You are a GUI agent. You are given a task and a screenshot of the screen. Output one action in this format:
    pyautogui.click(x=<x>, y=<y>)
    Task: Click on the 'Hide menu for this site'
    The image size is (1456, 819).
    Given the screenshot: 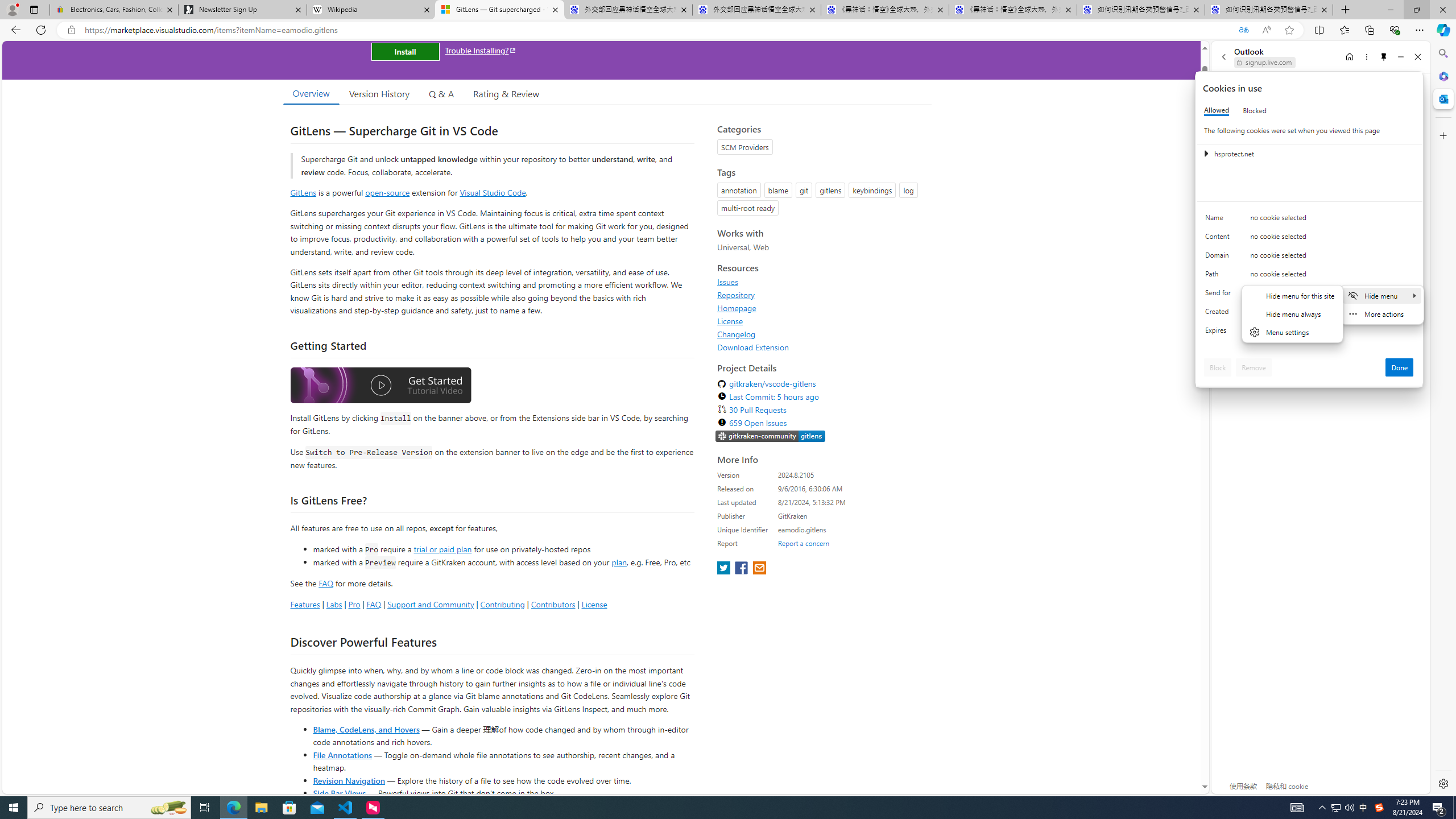 What is the action you would take?
    pyautogui.click(x=1292, y=295)
    